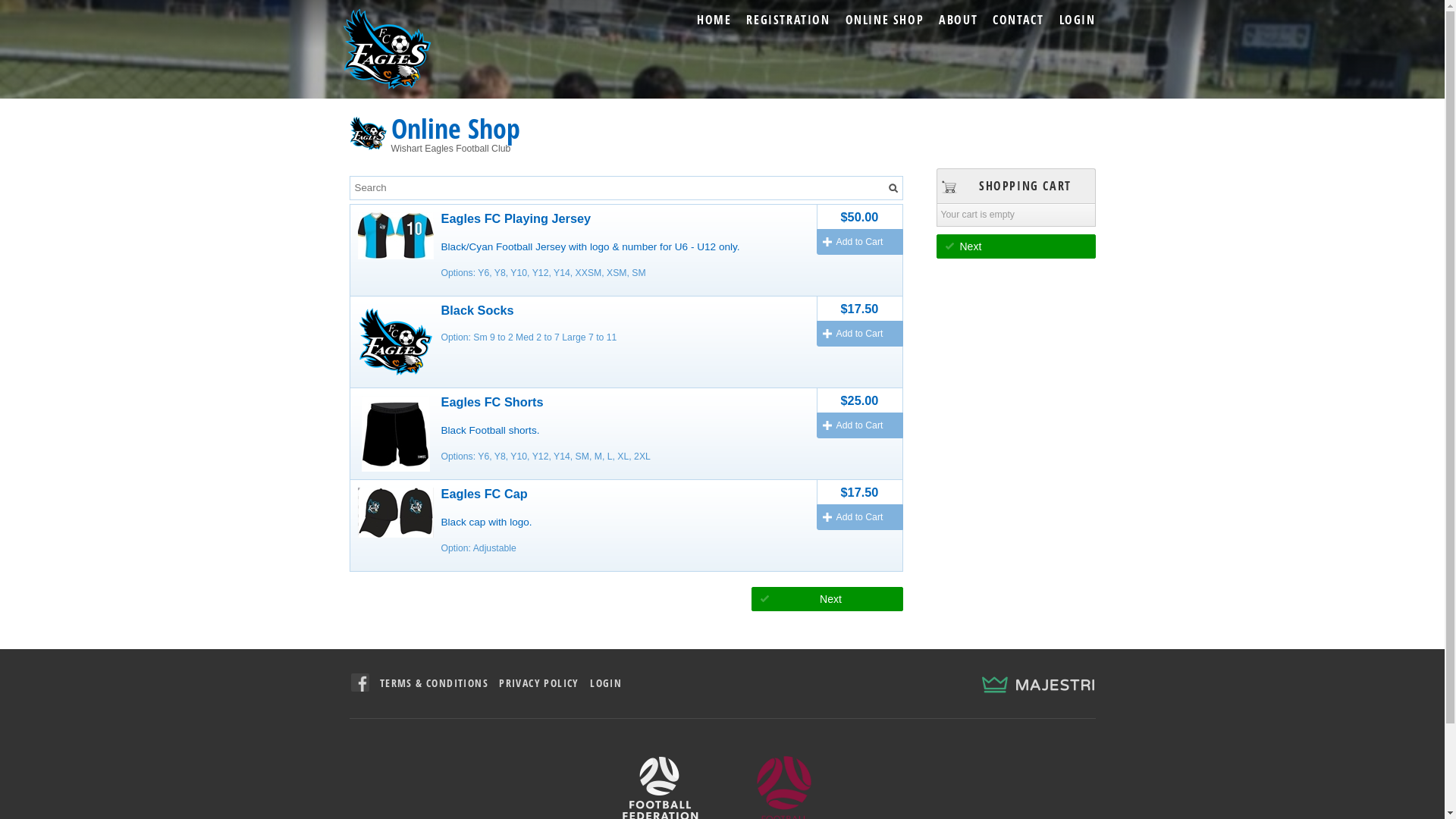 This screenshot has width=1456, height=819. I want to click on 'Add to Cart', so click(858, 241).